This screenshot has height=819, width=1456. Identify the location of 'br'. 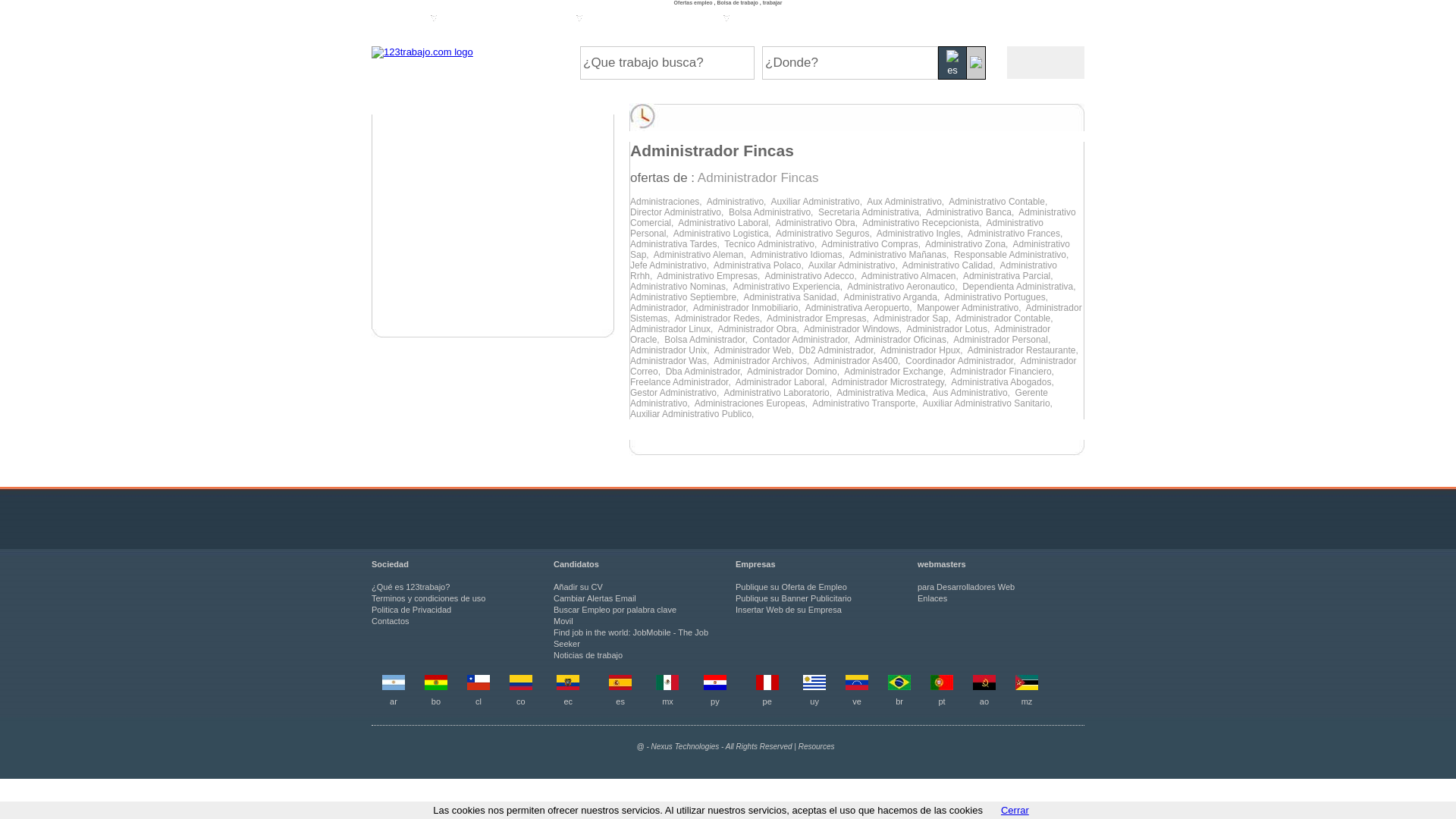
(899, 701).